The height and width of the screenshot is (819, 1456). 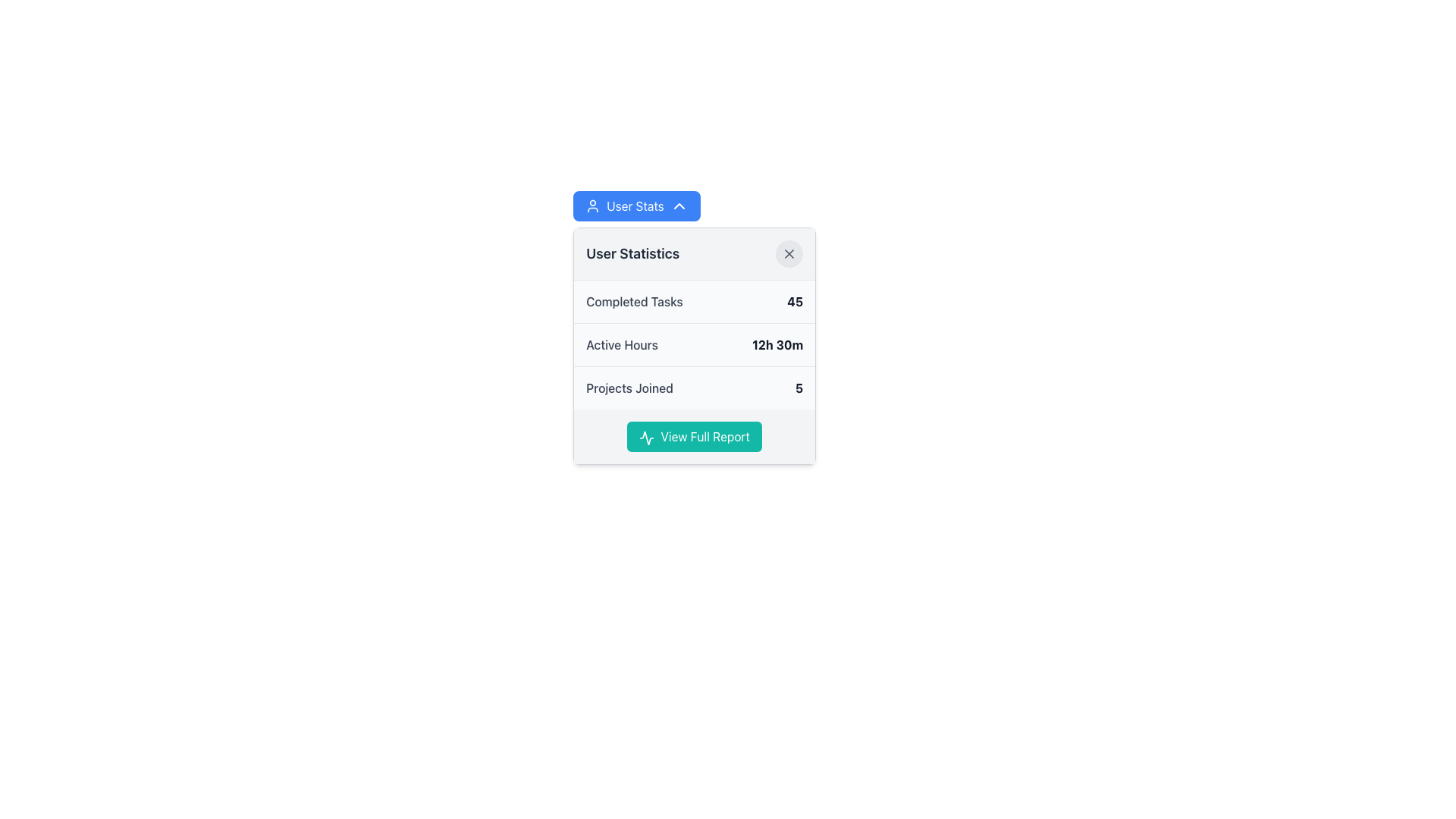 What do you see at coordinates (647, 438) in the screenshot?
I see `the icon that visually accompanies the 'View Full Report' button, located at the left edge of the button's text` at bounding box center [647, 438].